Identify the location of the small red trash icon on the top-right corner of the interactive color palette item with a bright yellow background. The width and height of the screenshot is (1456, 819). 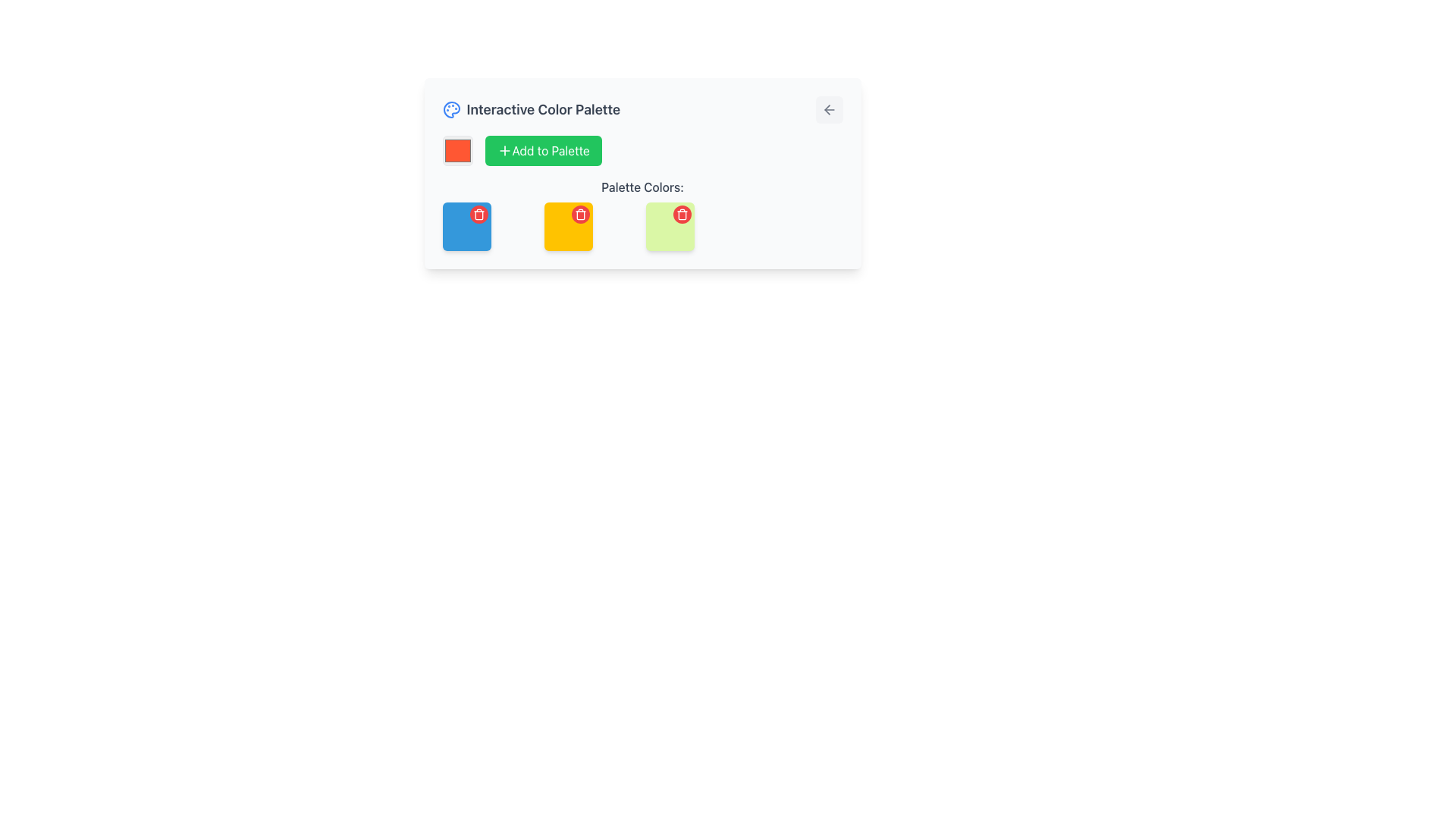
(567, 227).